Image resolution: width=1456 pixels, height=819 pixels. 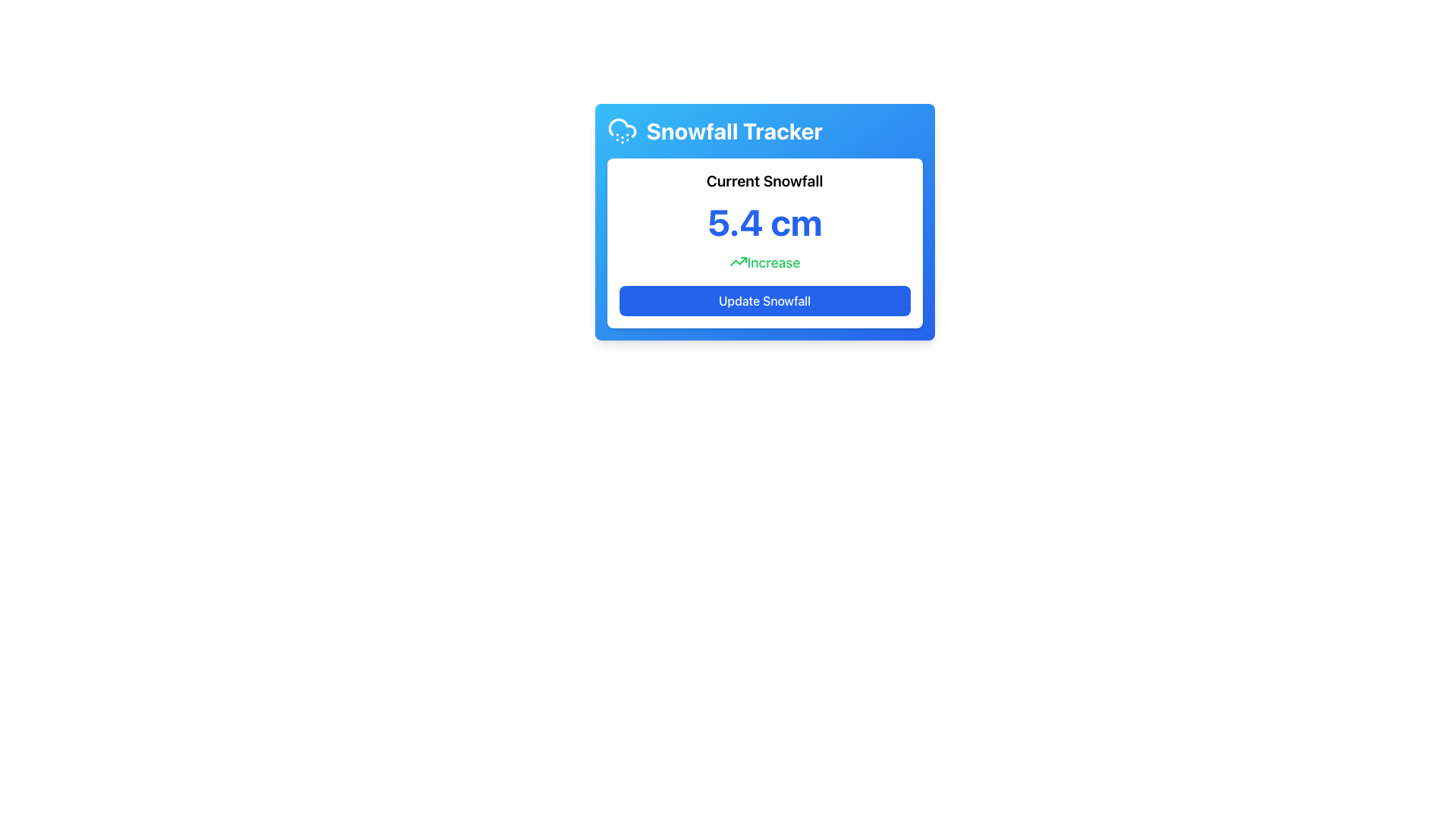 I want to click on the Graphical SVG element indicating an increase, located within the 'Snowfall Tracker' card, adjacent to the 'Increase' text, so click(x=738, y=260).